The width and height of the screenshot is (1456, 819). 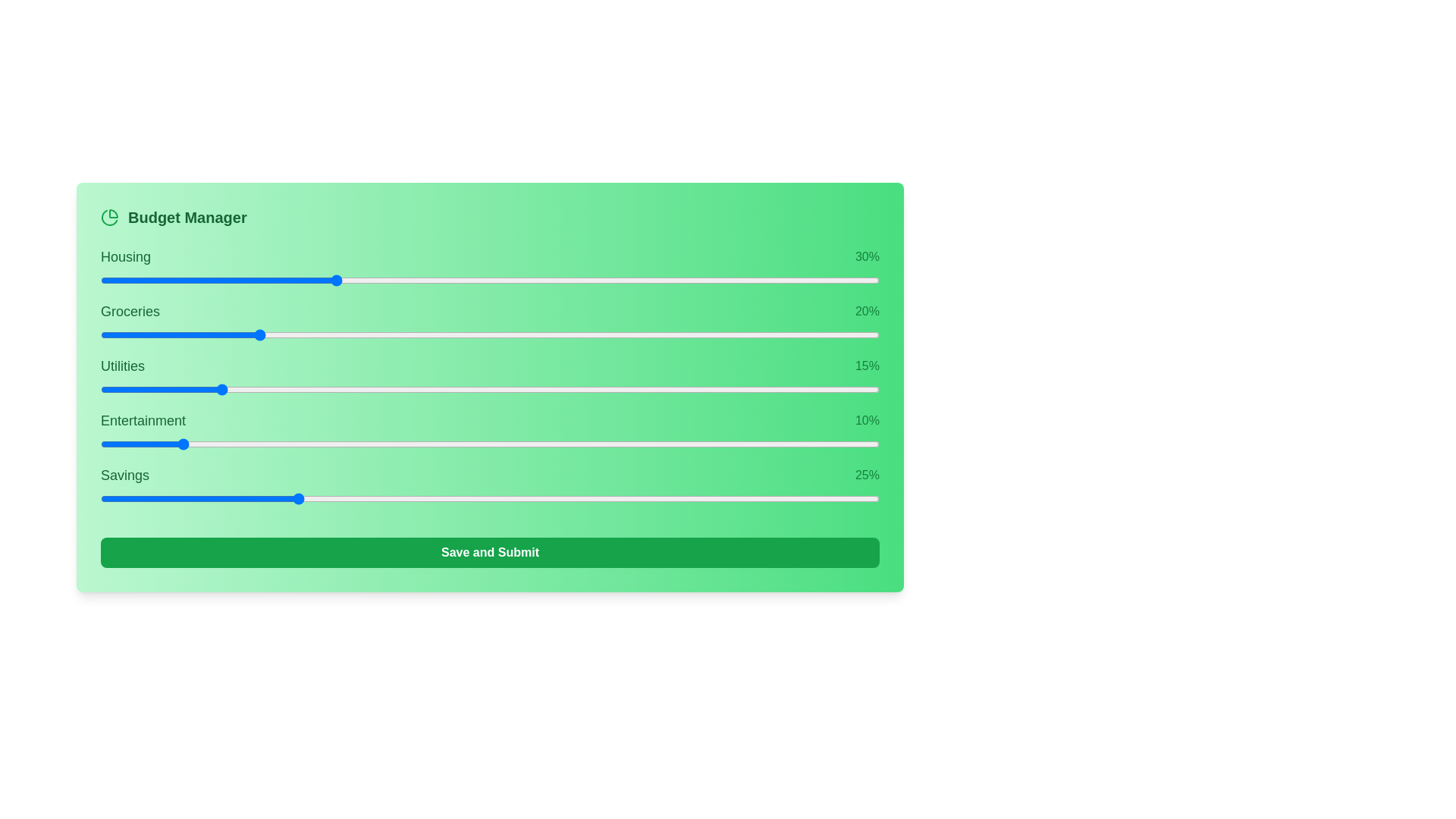 I want to click on the slider for 3 to 53% allocation, so click(x=695, y=444).